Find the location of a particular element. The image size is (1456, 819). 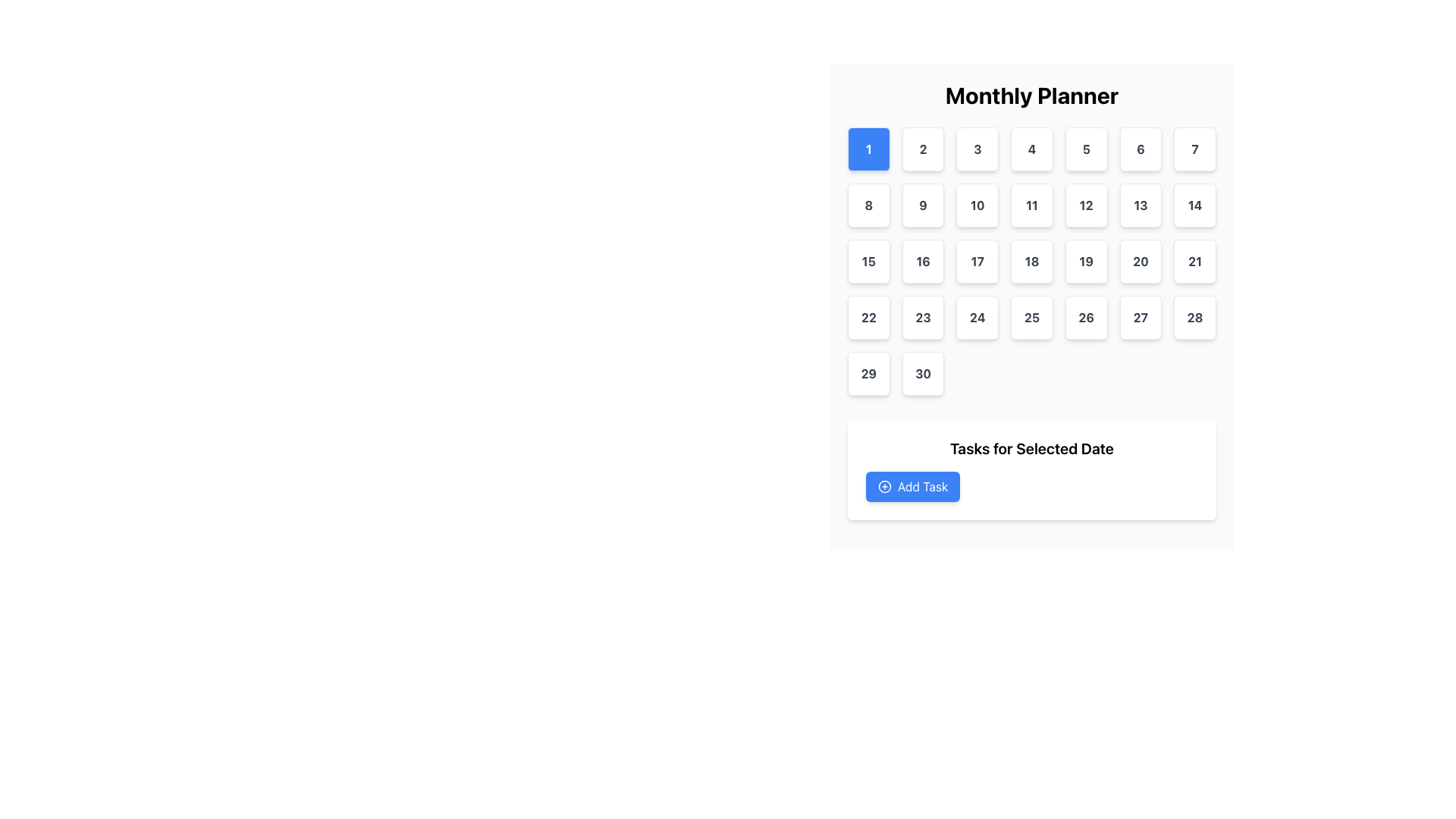

the rectangular button with rounded corners labeled '6' in the 'Monthly Planner' grid to trigger a visual effect is located at coordinates (1141, 149).